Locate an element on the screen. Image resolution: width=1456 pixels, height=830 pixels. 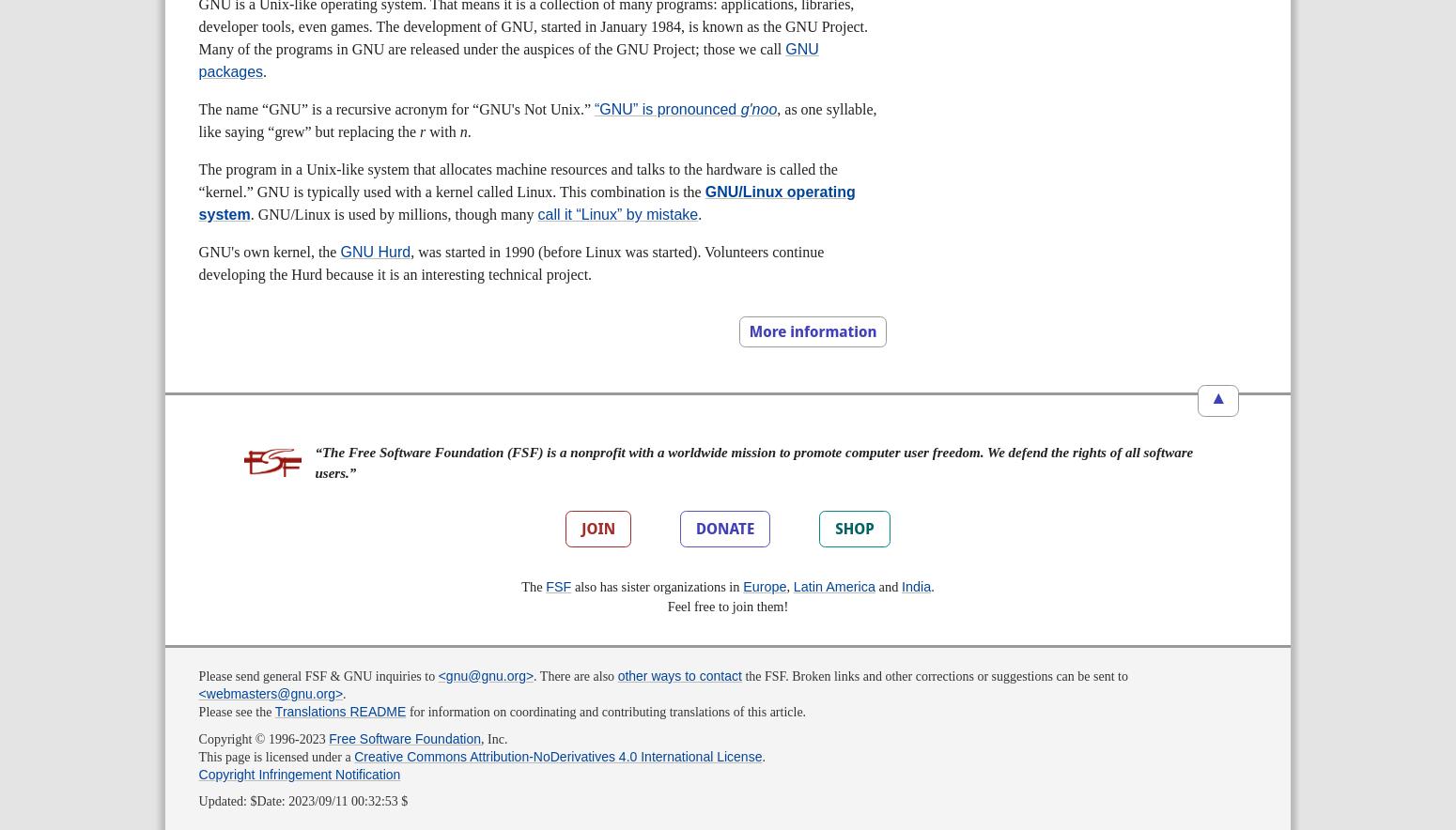
'for information on coordinating and contributing translations
of this article.' is located at coordinates (604, 712).